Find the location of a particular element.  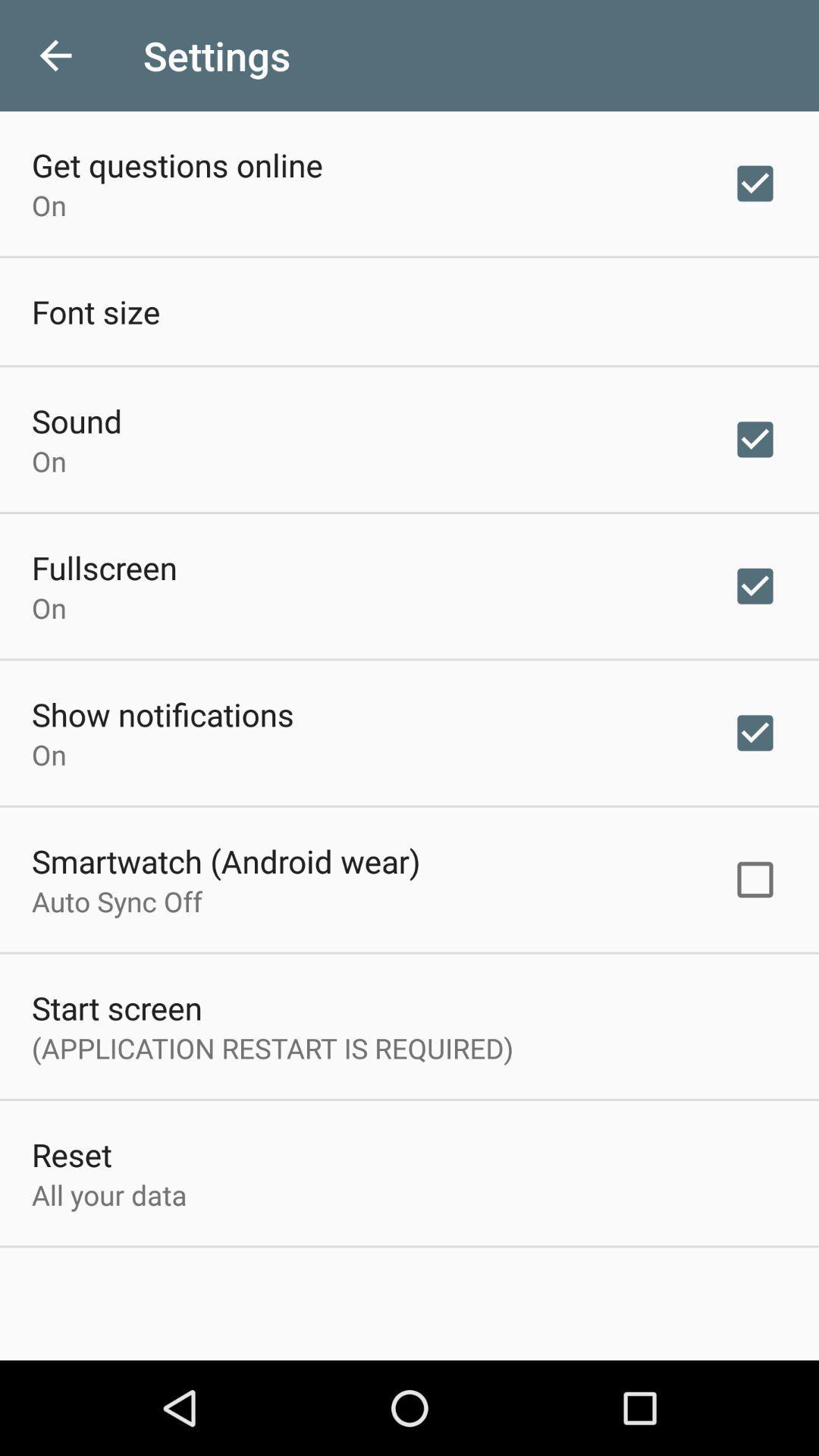

the icon above the on is located at coordinates (177, 165).